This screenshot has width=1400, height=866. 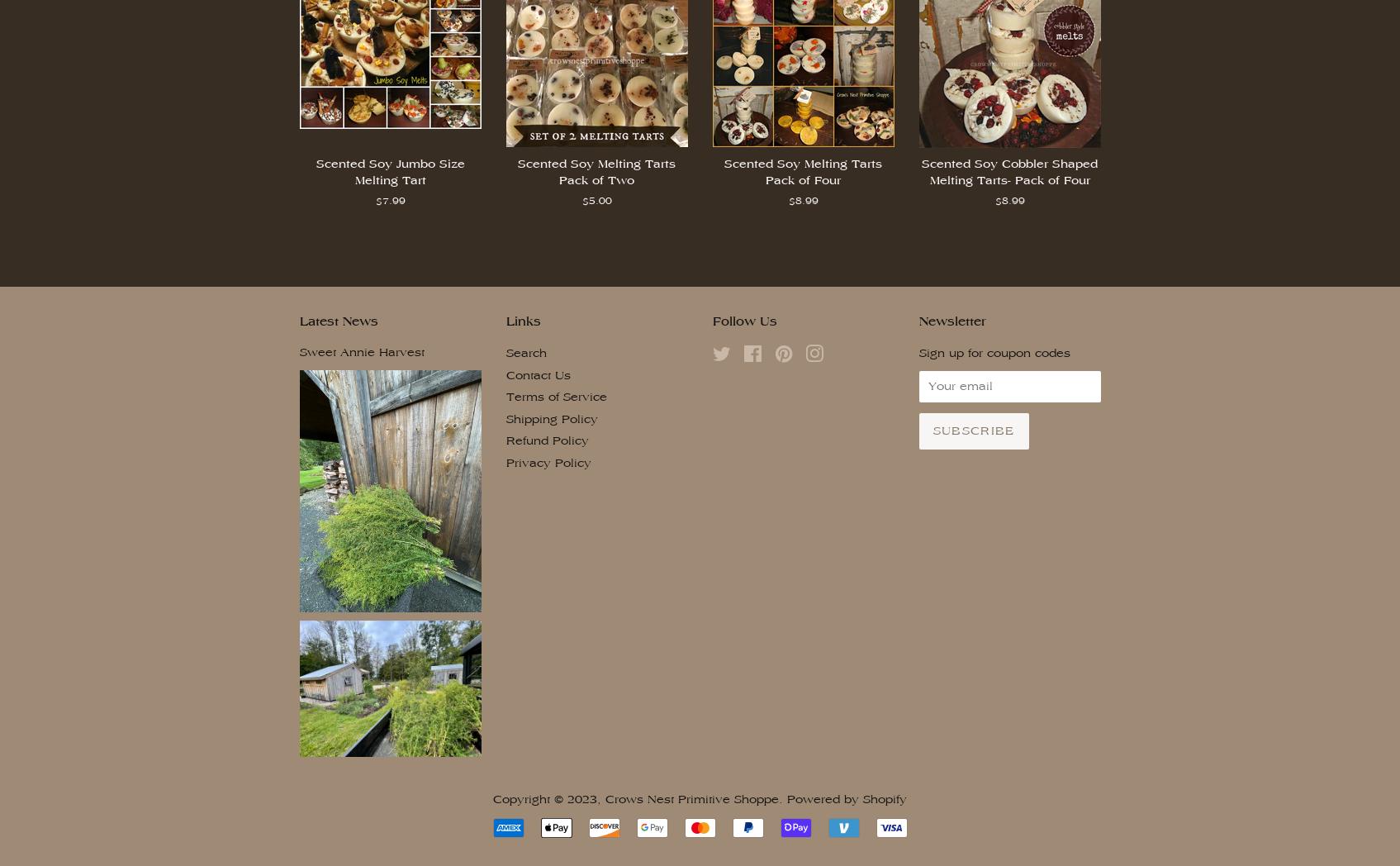 I want to click on 'Sweet Annie Harvest', so click(x=361, y=352).